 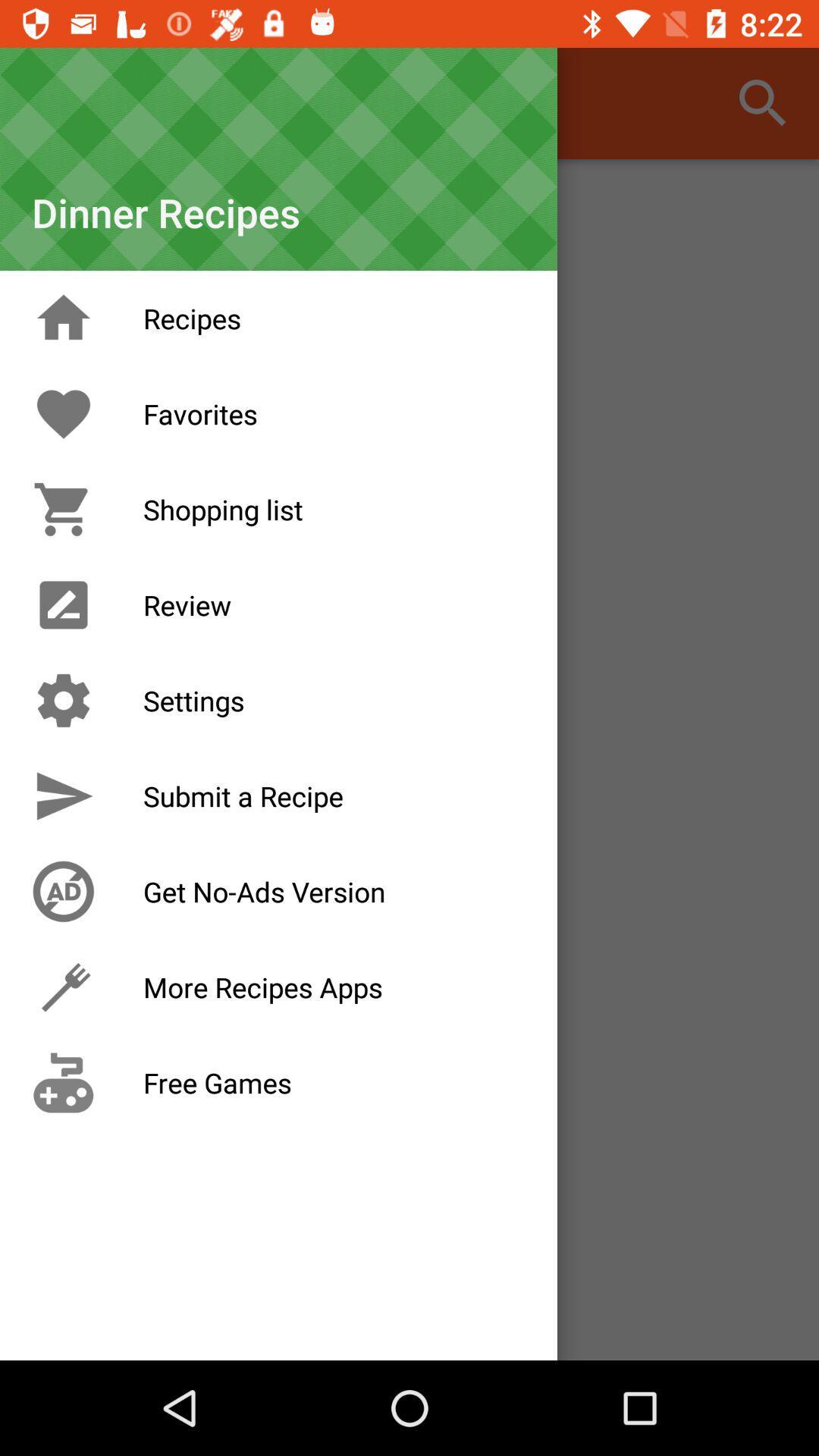 What do you see at coordinates (63, 892) in the screenshot?
I see `no ad icon which is before get noads version on the page` at bounding box center [63, 892].